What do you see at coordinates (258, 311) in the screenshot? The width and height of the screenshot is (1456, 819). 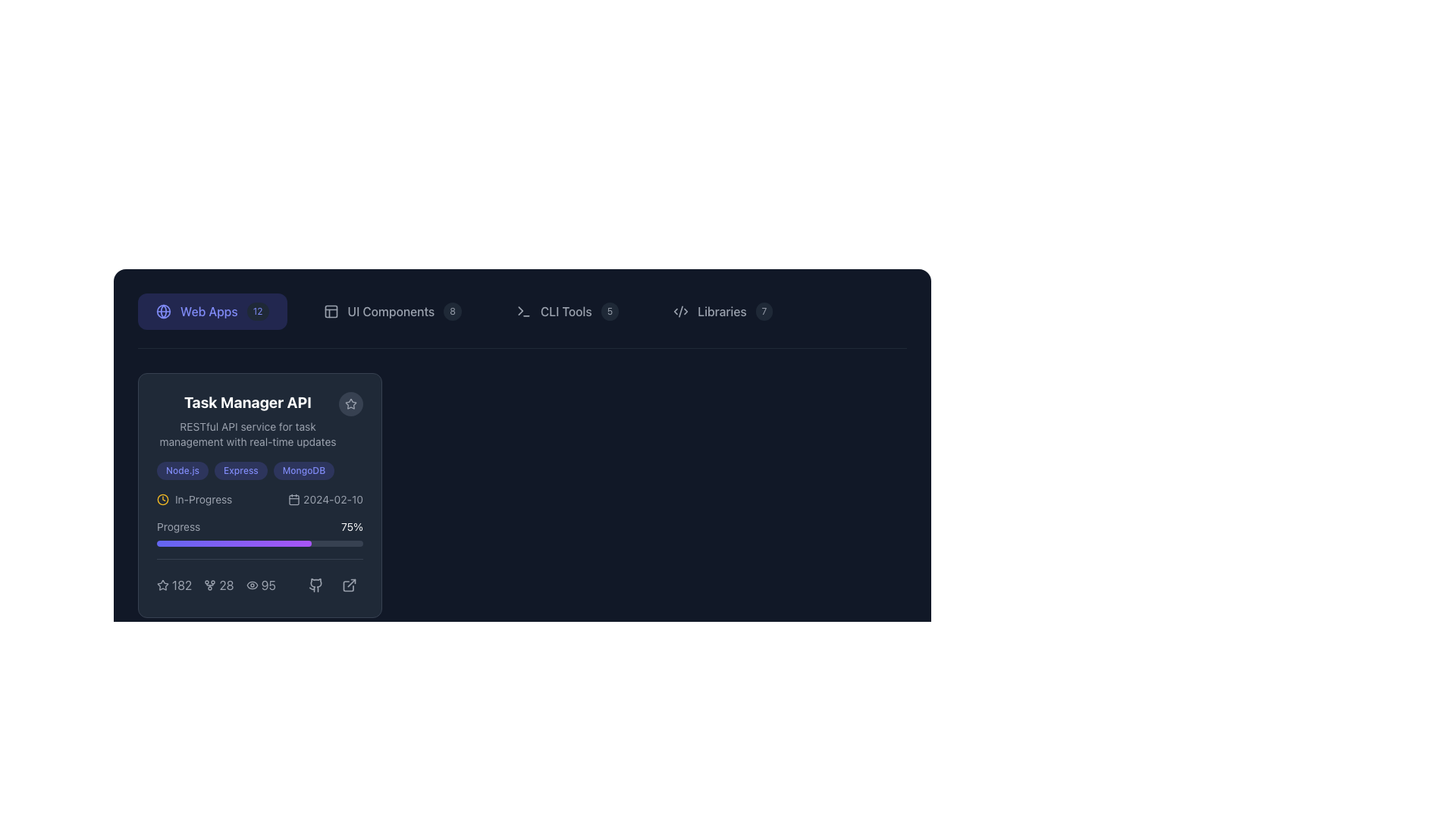 I see `the circular badge with a dark gray background displaying the text '12', located in the 'Web Apps' section` at bounding box center [258, 311].